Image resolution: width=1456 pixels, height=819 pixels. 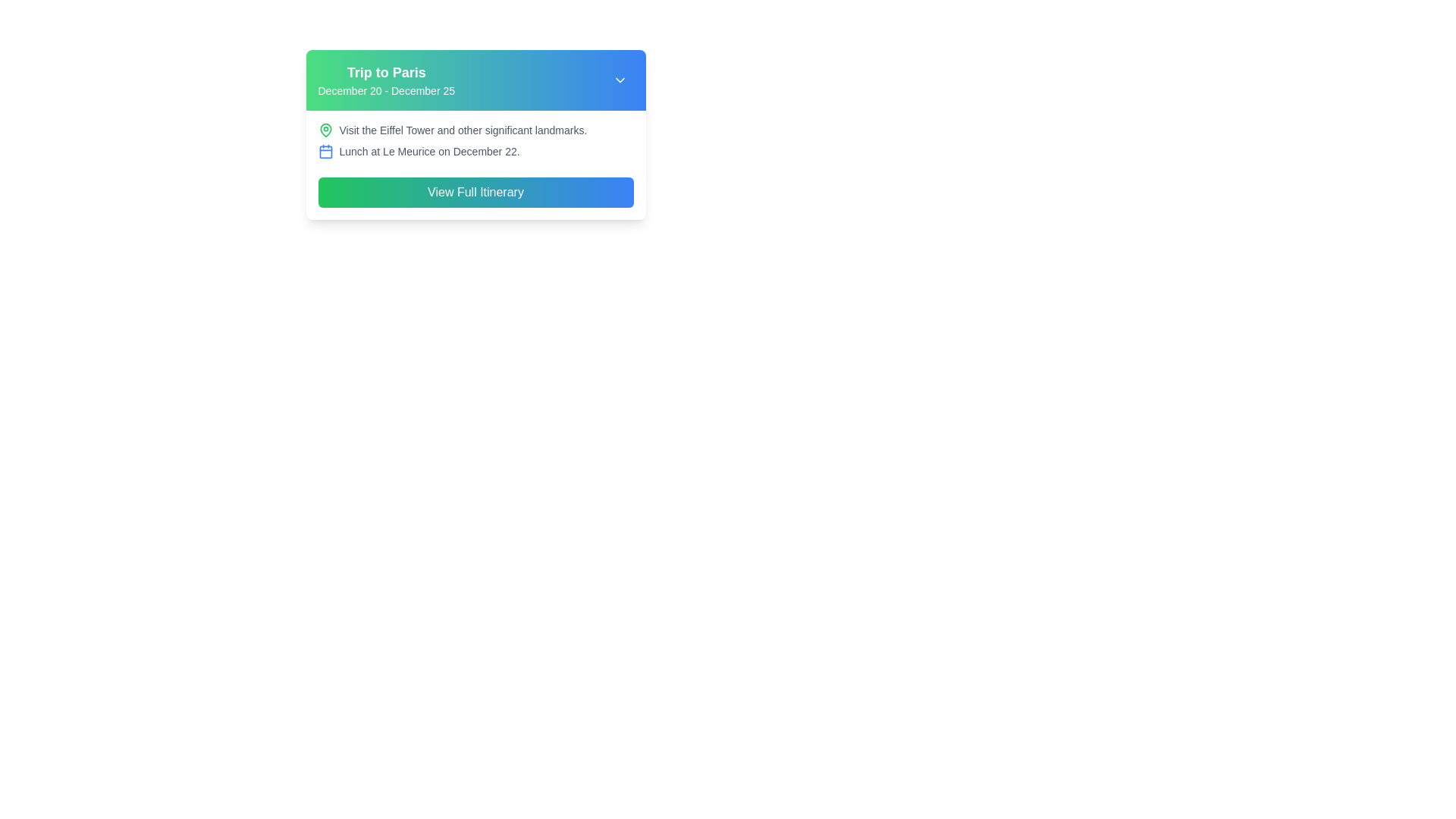 I want to click on the green map pin icon located at the start of the second line of text next to the phrase 'Visit the Eiffel Tower and other significant landmarks.', so click(x=325, y=130).